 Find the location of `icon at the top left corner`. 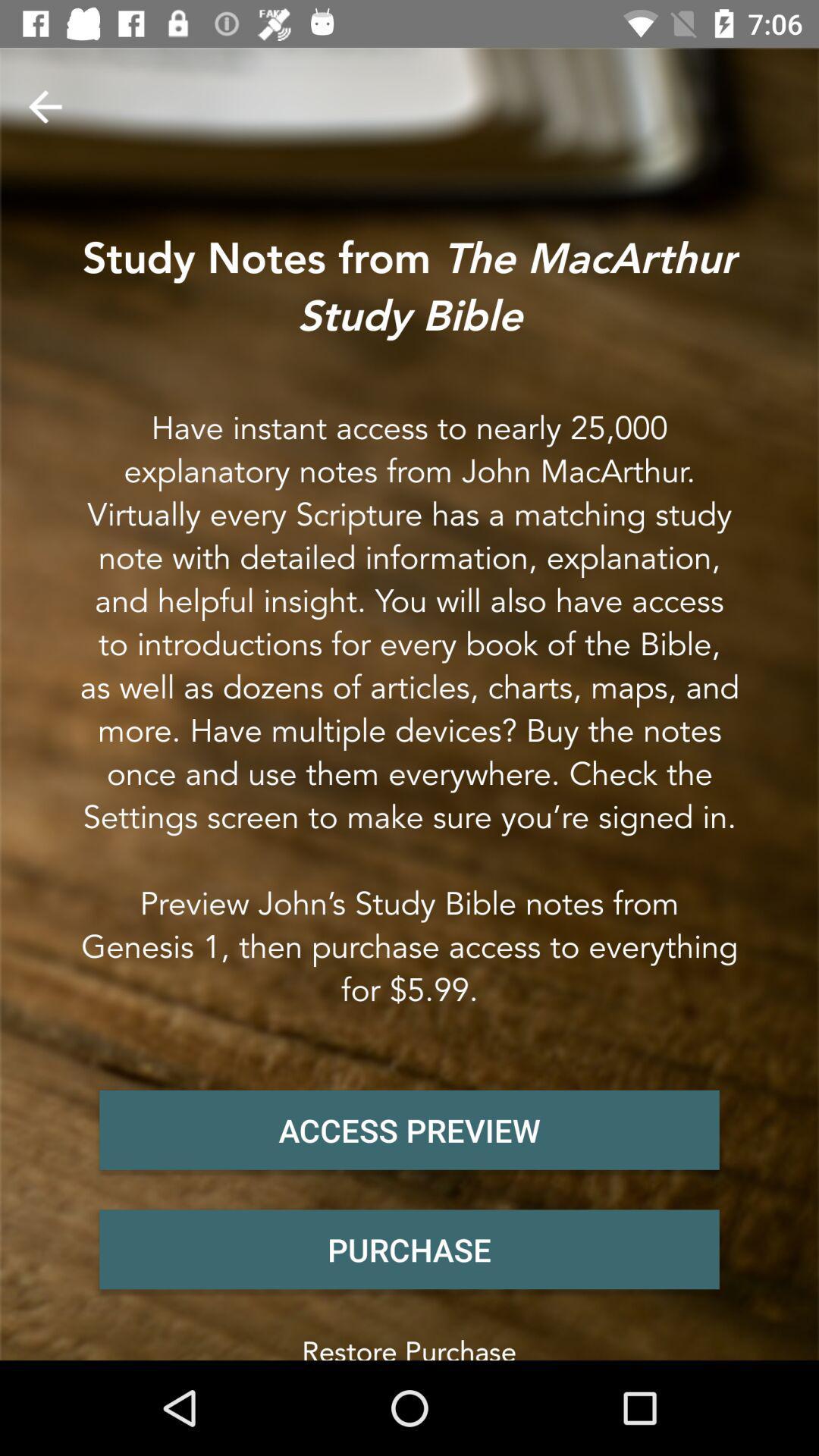

icon at the top left corner is located at coordinates (44, 105).